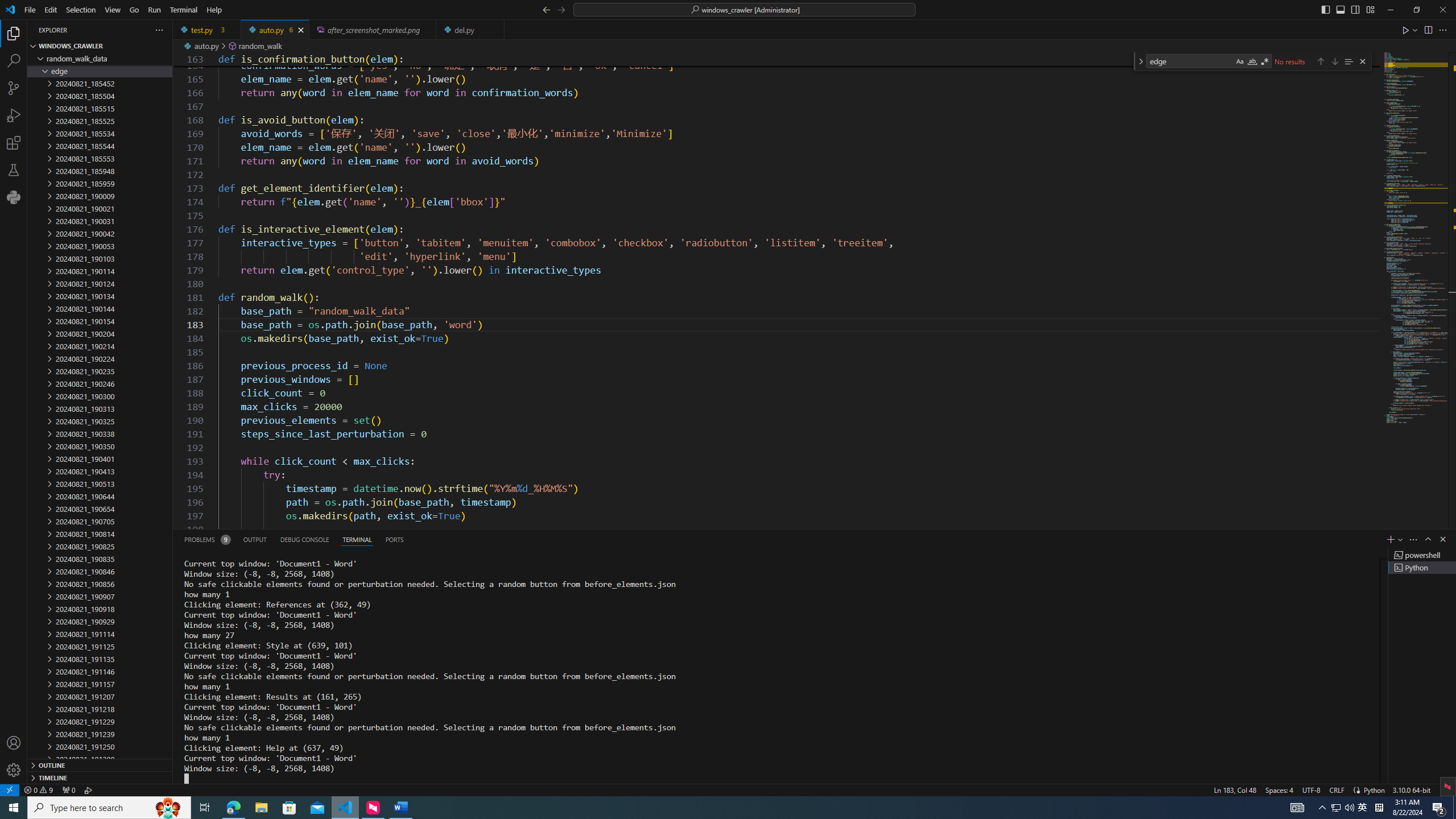  What do you see at coordinates (1425, 29) in the screenshot?
I see `'Editor actions'` at bounding box center [1425, 29].